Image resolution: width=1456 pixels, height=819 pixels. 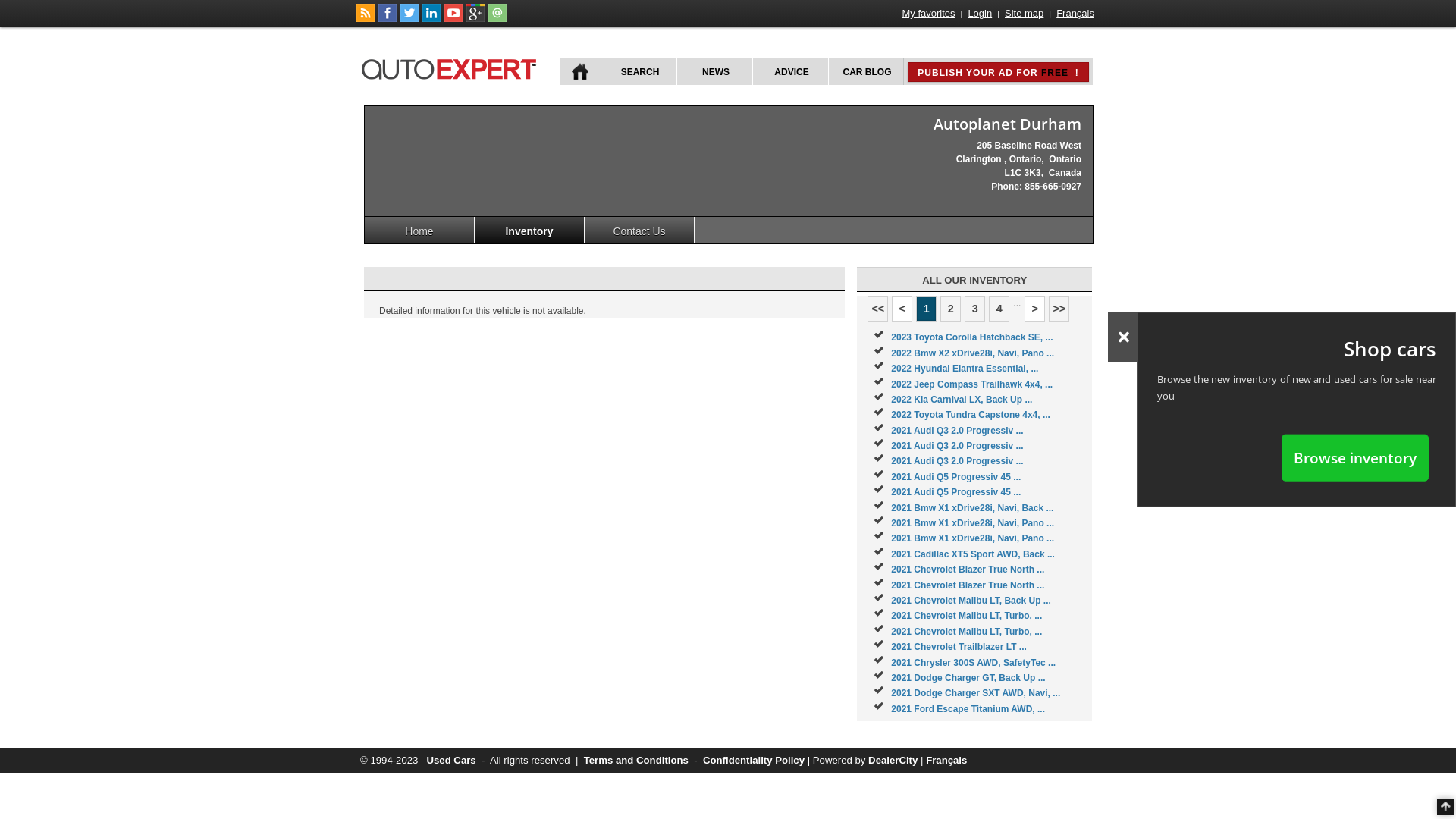 I want to click on 'Login', so click(x=979, y=13).